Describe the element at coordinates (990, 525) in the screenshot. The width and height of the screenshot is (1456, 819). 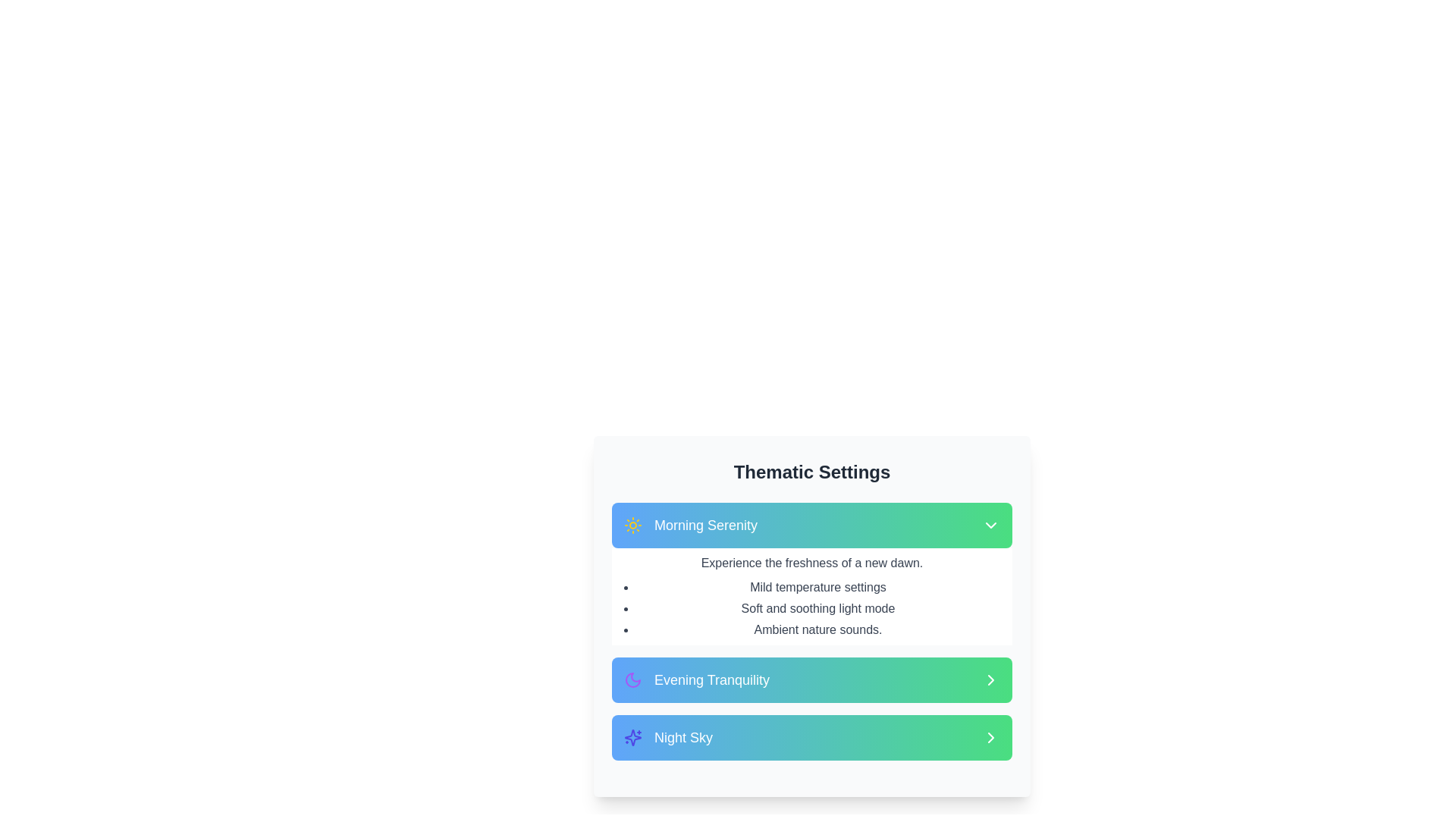
I see `the expandability icon on the right side of the 'Morning Serenity' section` at that location.